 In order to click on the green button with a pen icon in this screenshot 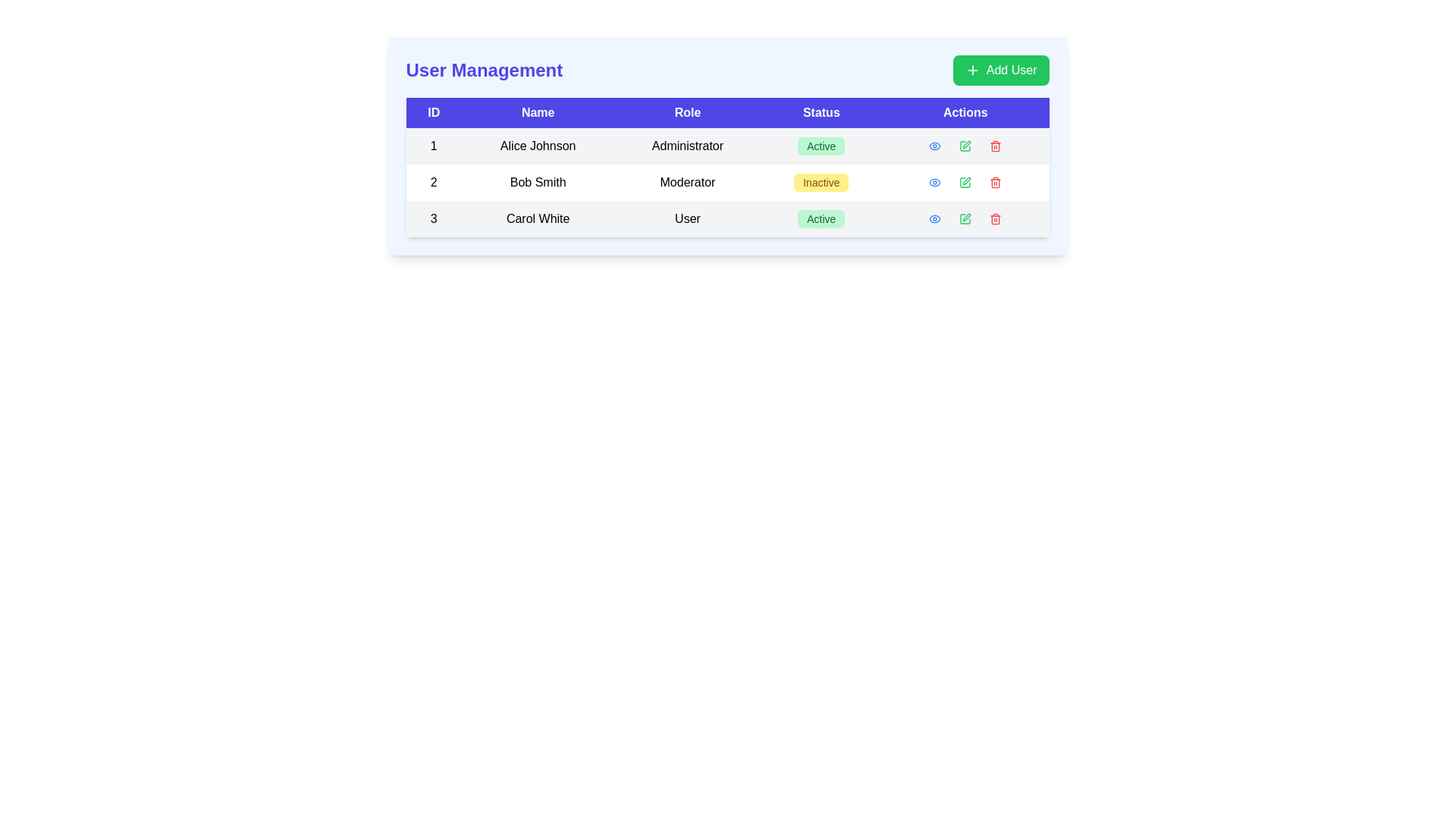, I will do `click(964, 219)`.